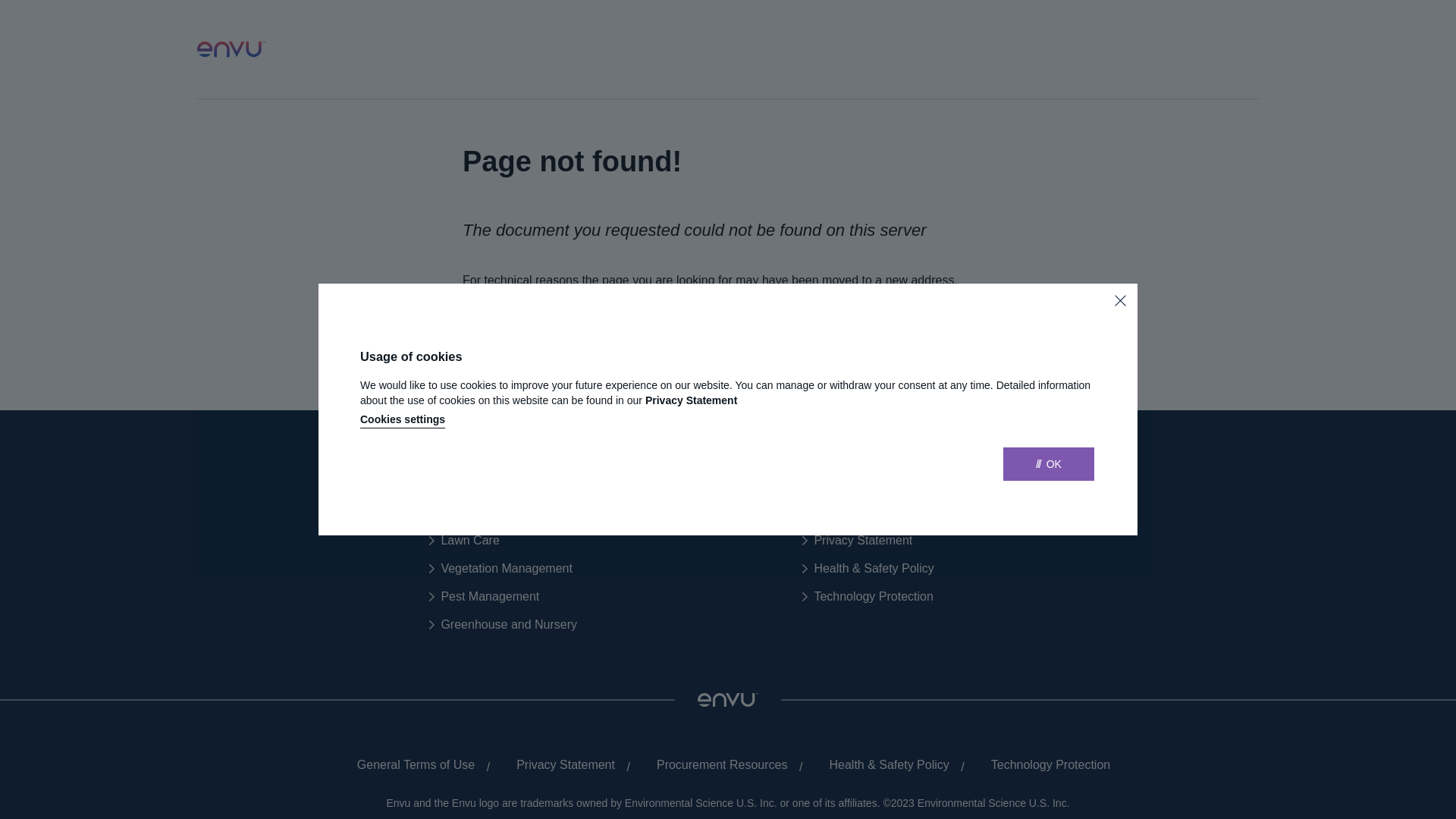 The height and width of the screenshot is (819, 1456). What do you see at coordinates (500, 568) in the screenshot?
I see `'Vegetation Management'` at bounding box center [500, 568].